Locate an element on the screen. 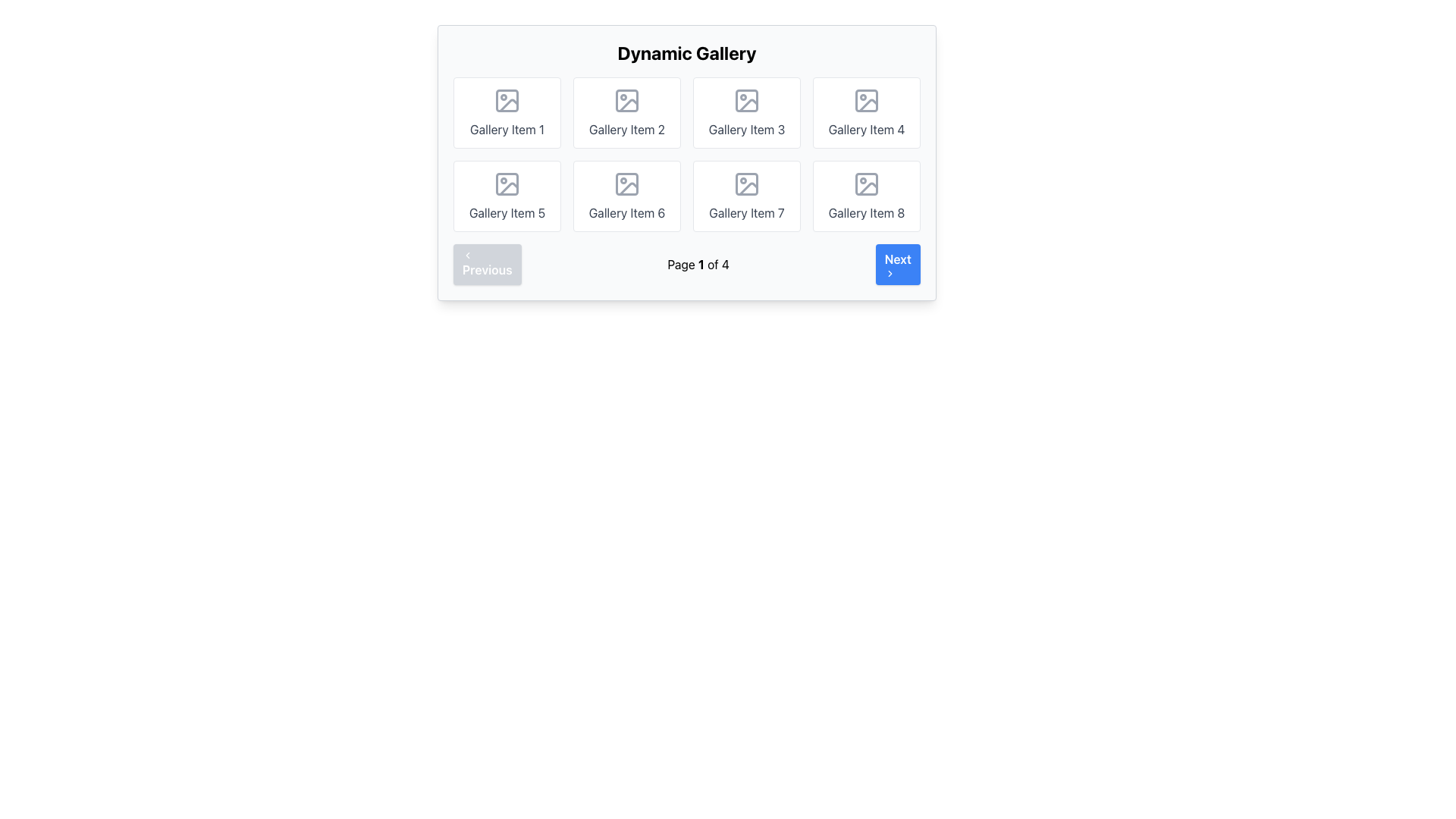  the static text label indicating 'Gallery Item 6' located at the bottom center of the card in the second row and third column of the gallery grid is located at coordinates (626, 213).